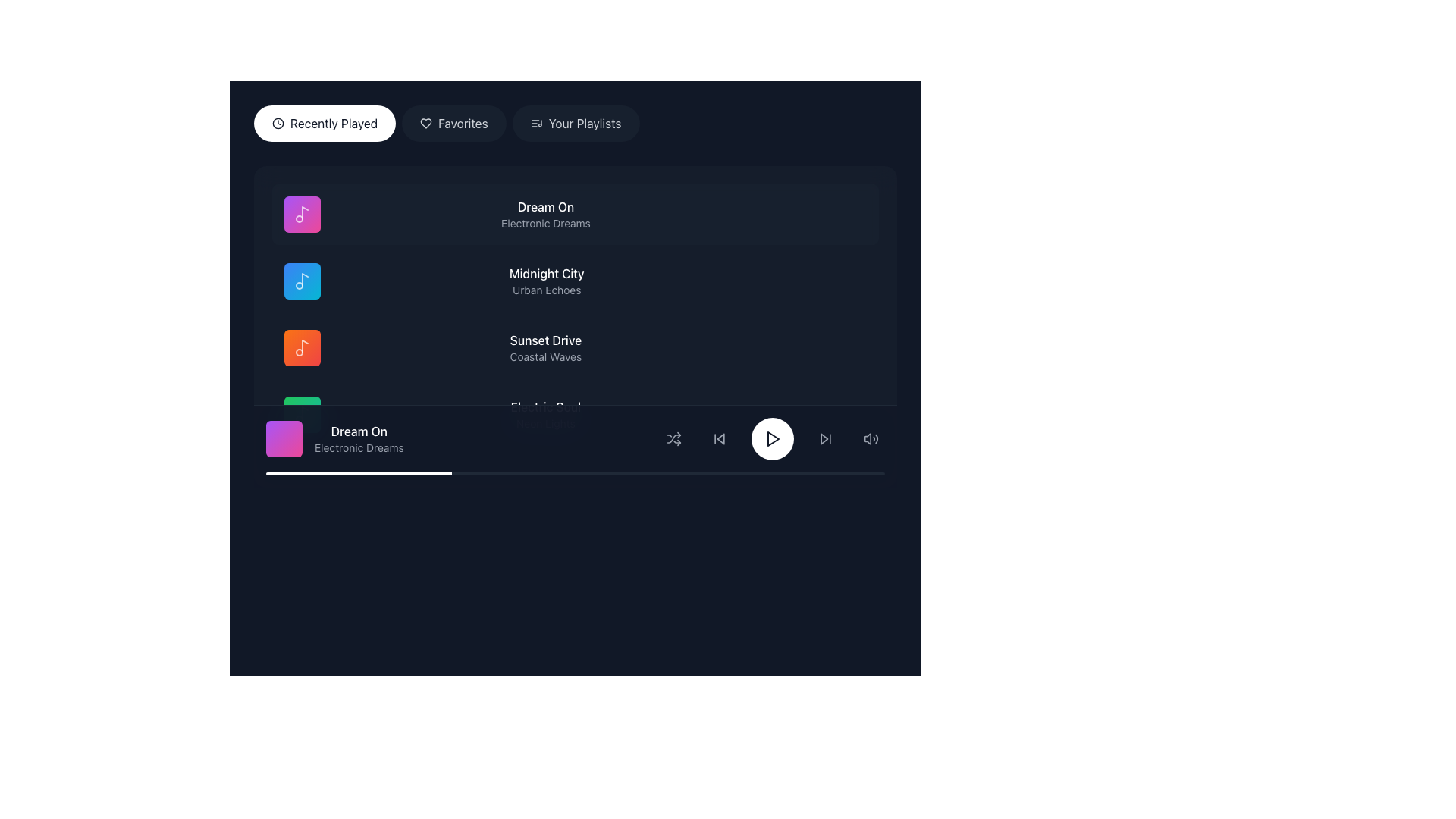 This screenshot has height=819, width=1456. What do you see at coordinates (783, 348) in the screenshot?
I see `the toggle-able 'like' or 'favorite' button located beside the 'Sunset Drive' item in the list` at bounding box center [783, 348].